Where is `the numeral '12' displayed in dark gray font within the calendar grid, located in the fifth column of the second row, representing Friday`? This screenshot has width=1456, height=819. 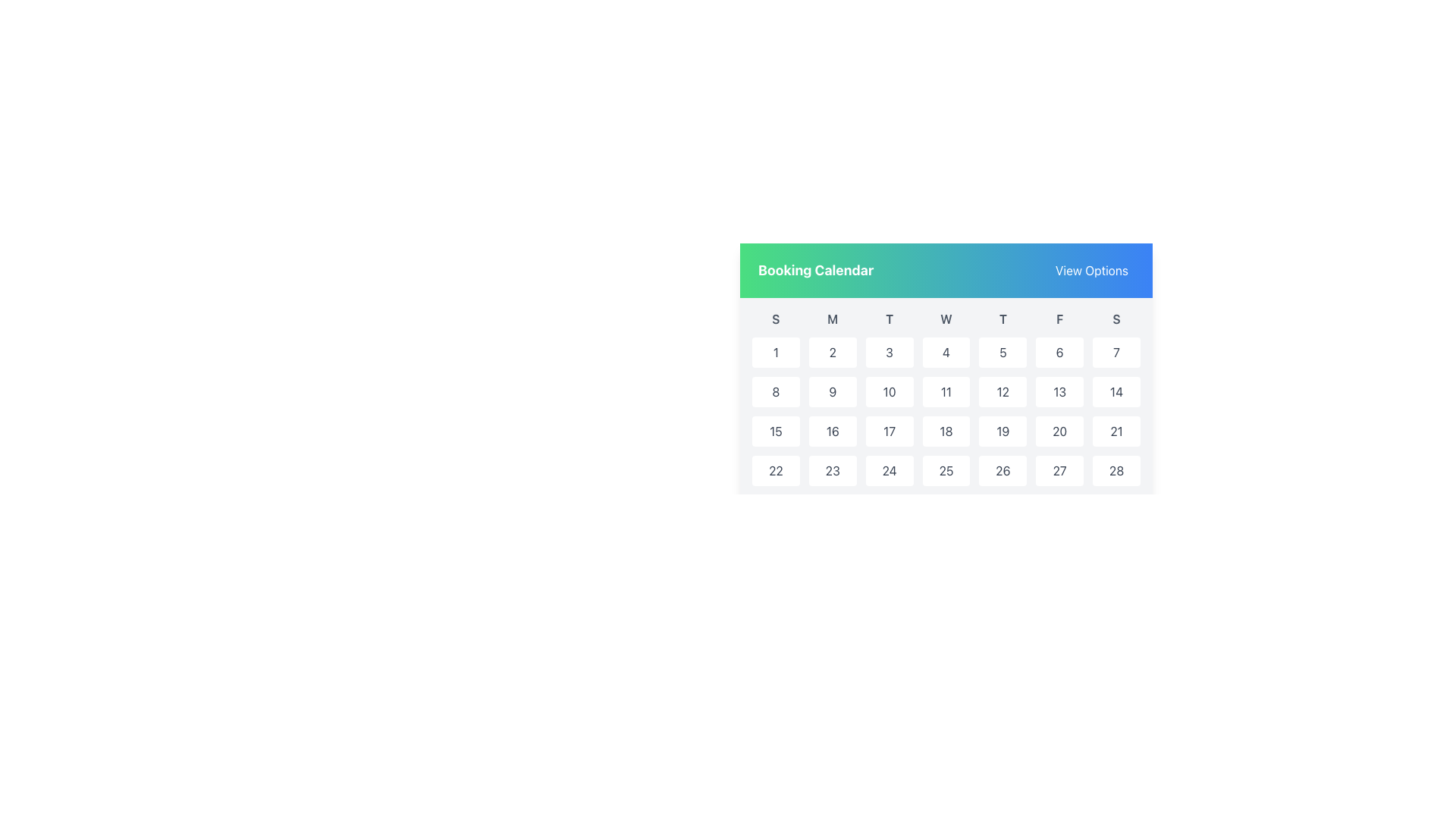 the numeral '12' displayed in dark gray font within the calendar grid, located in the fifth column of the second row, representing Friday is located at coordinates (1003, 391).